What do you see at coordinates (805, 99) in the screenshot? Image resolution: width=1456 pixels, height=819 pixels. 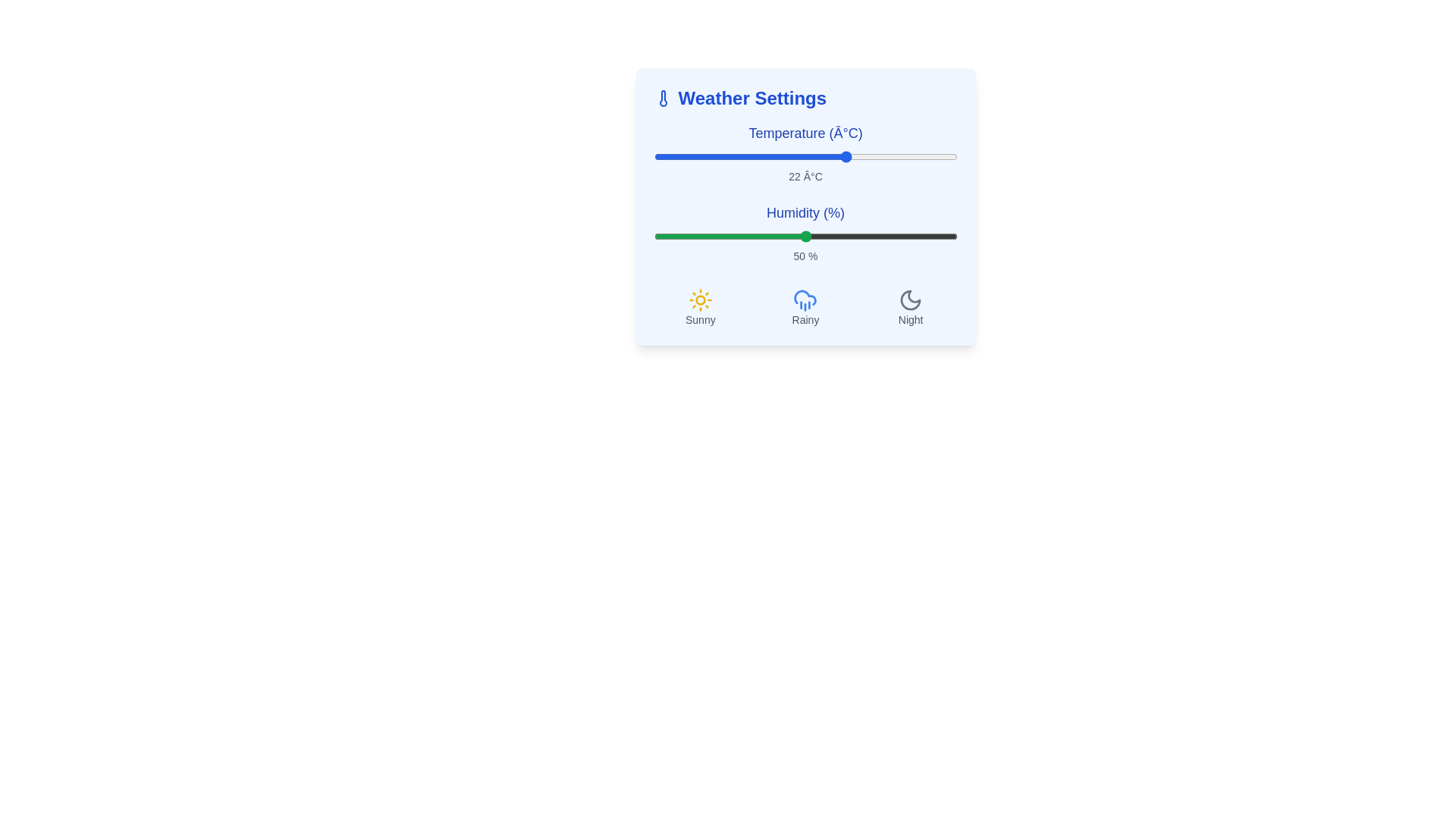 I see `the 'Weather Settings' heading element which is styled in bold blue font and accompanied by a thermometer icon` at bounding box center [805, 99].